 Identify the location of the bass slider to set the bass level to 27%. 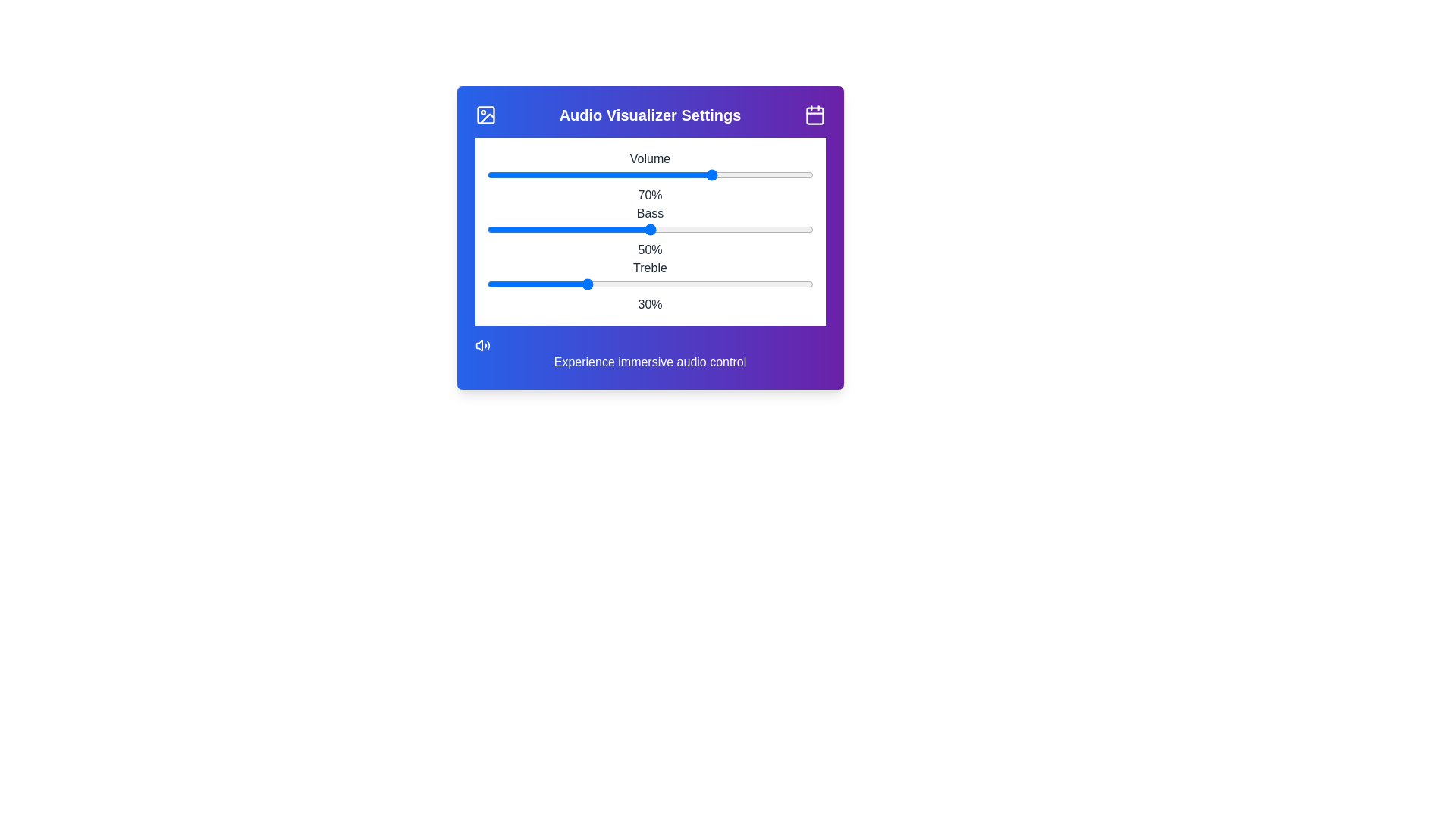
(574, 230).